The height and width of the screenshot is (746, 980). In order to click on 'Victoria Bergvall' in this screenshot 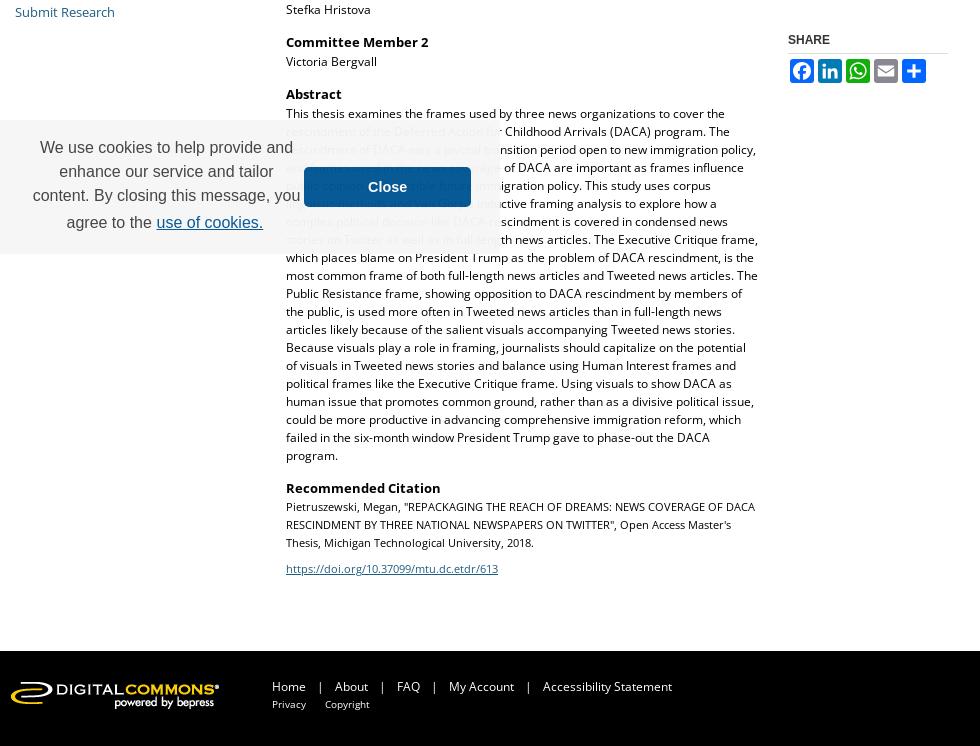, I will do `click(331, 59)`.